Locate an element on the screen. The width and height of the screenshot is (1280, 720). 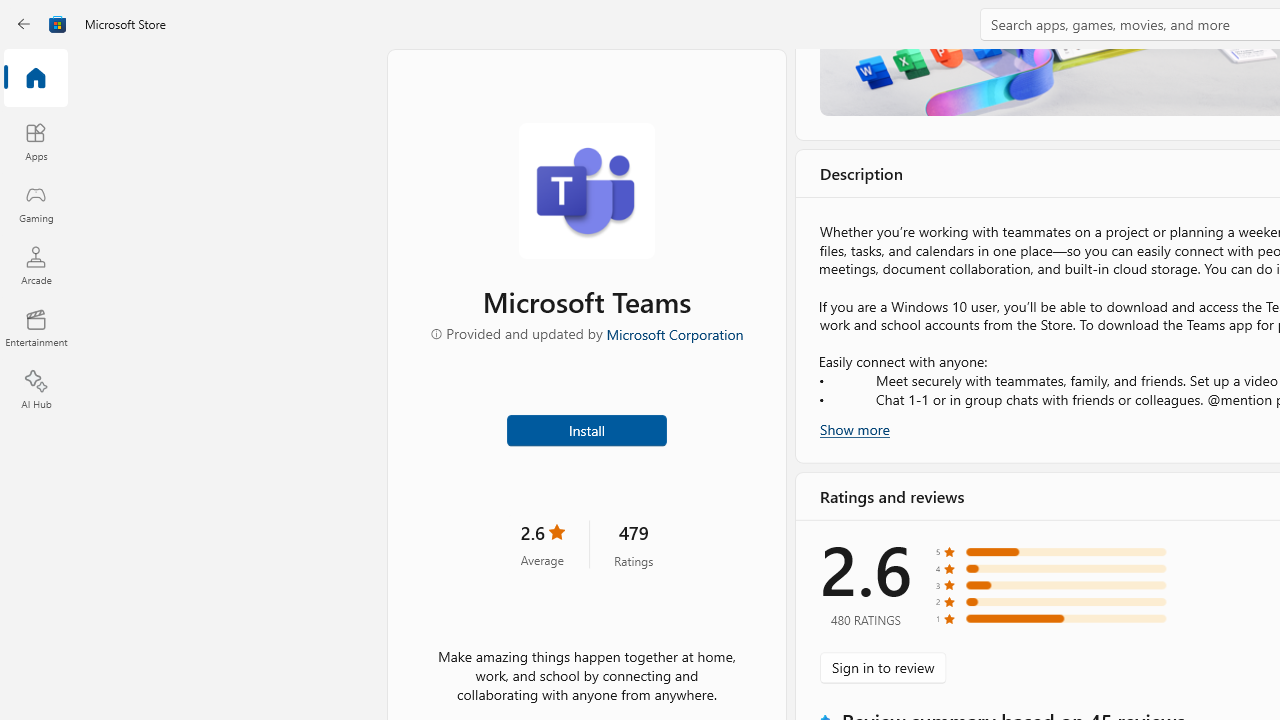
'Show more' is located at coordinates (855, 427).